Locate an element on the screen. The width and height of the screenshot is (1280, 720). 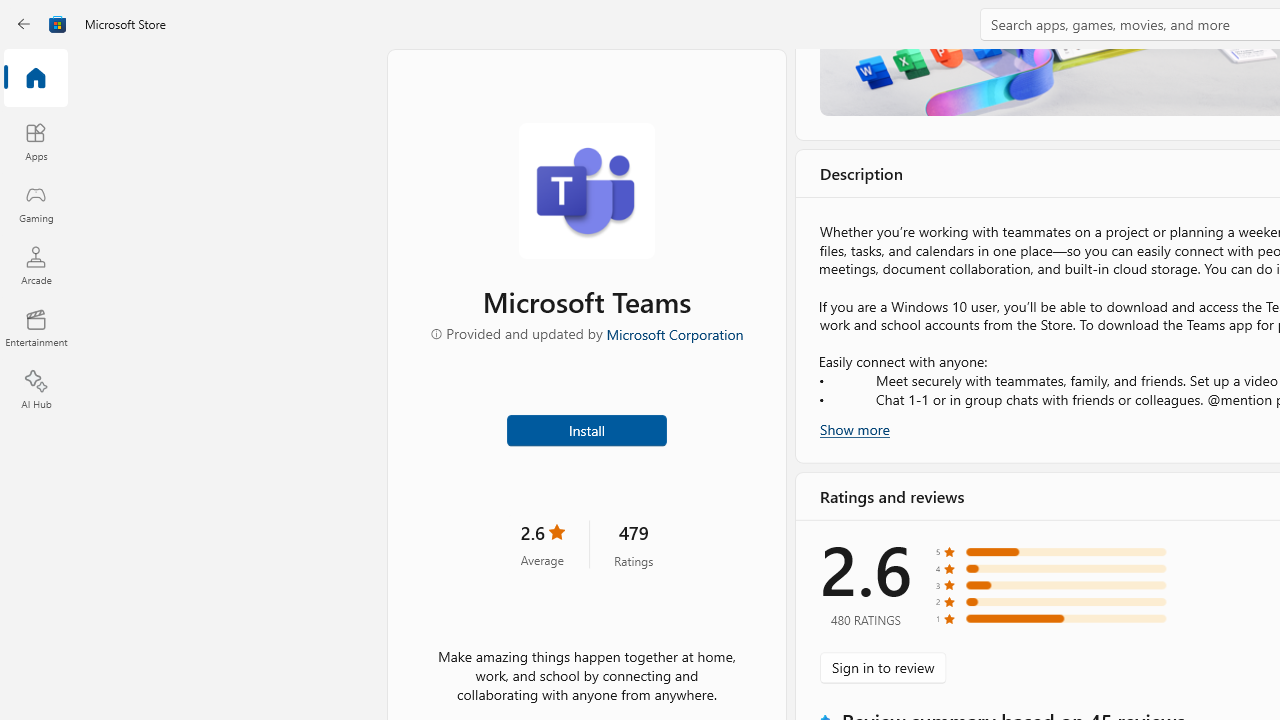
'Show more' is located at coordinates (855, 427).